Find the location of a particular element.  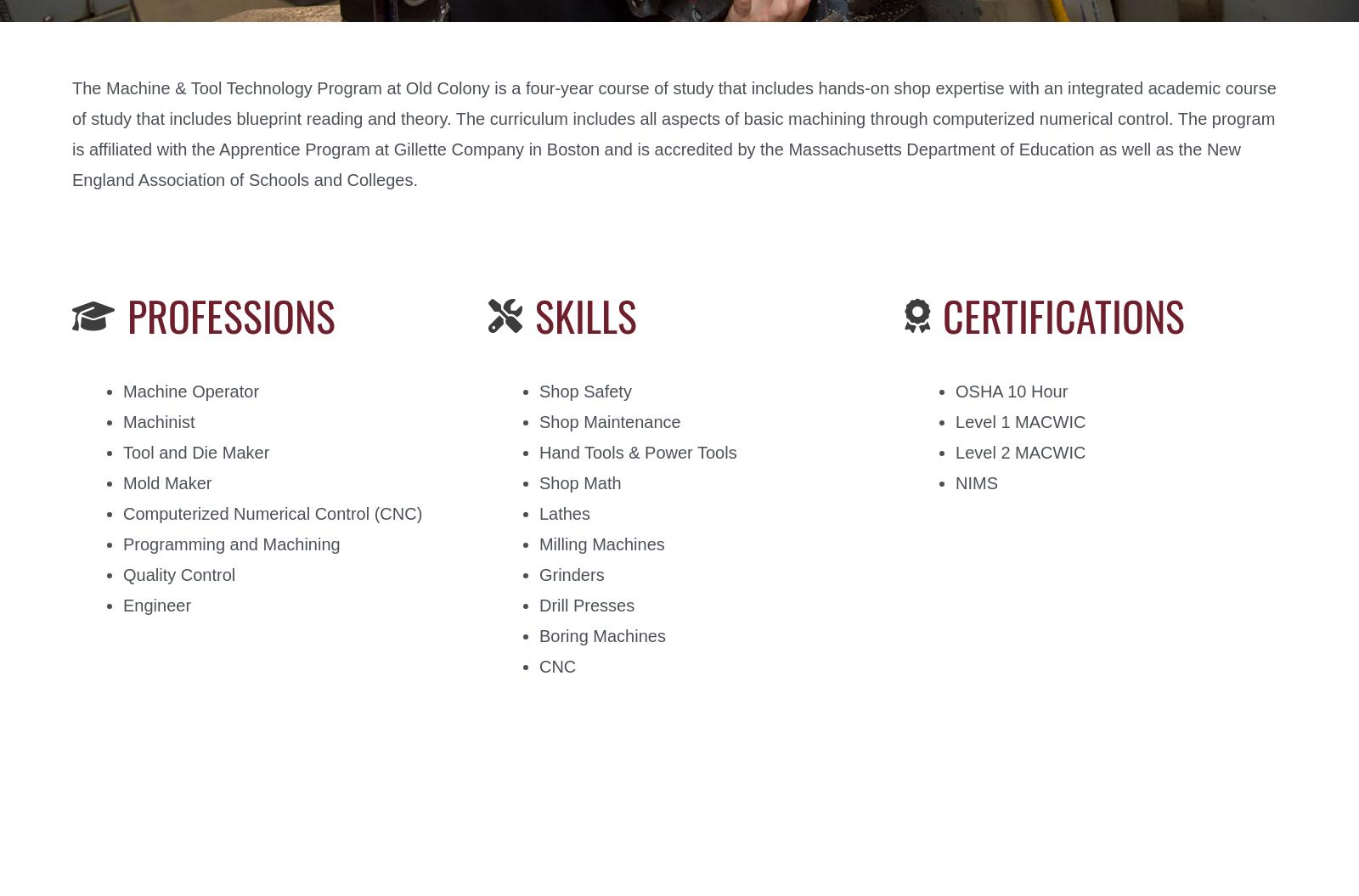

'Machinist' is located at coordinates (158, 422).